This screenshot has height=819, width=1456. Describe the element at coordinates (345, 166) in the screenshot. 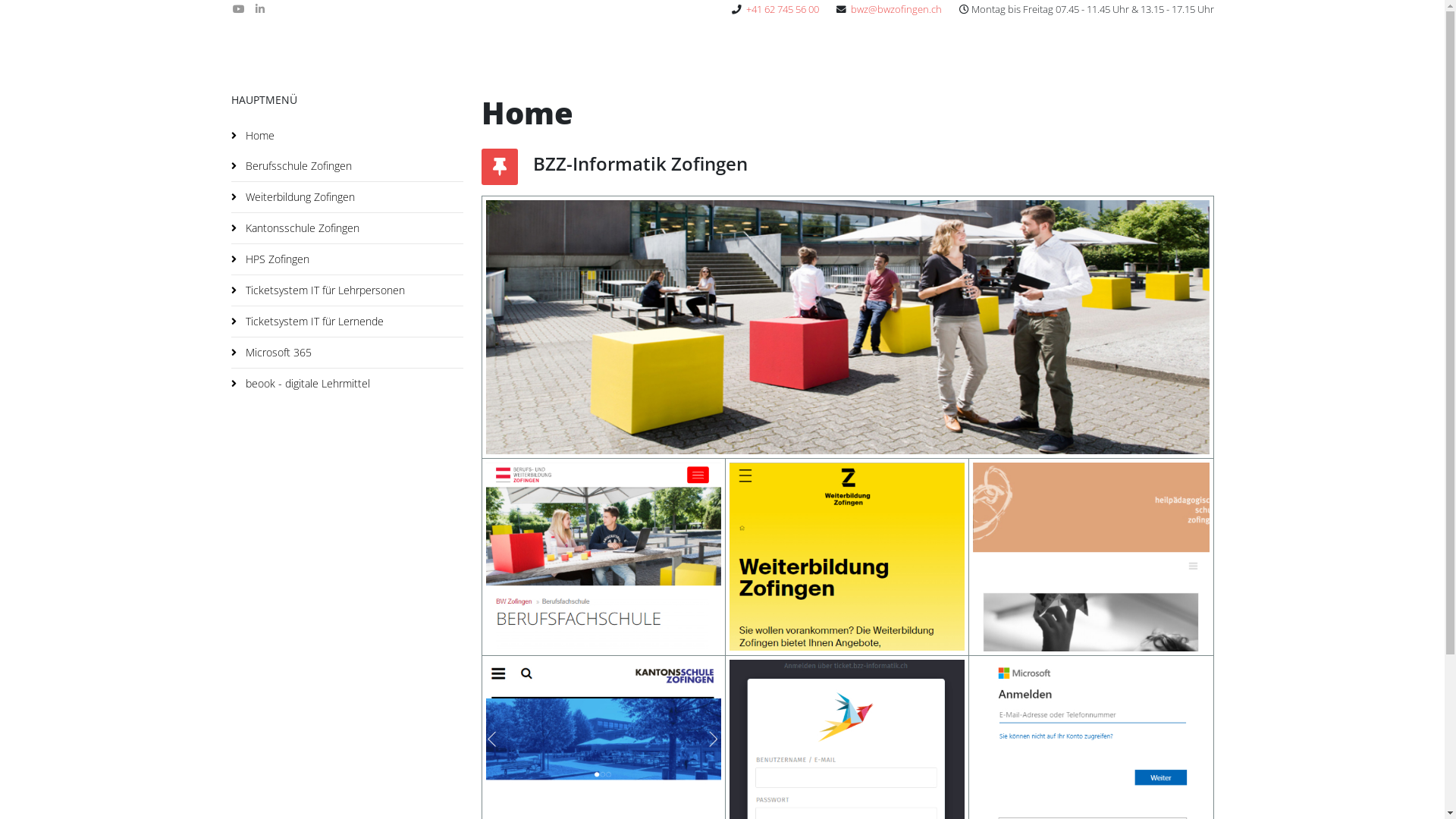

I see `'Berufsschule Zofingen'` at that location.